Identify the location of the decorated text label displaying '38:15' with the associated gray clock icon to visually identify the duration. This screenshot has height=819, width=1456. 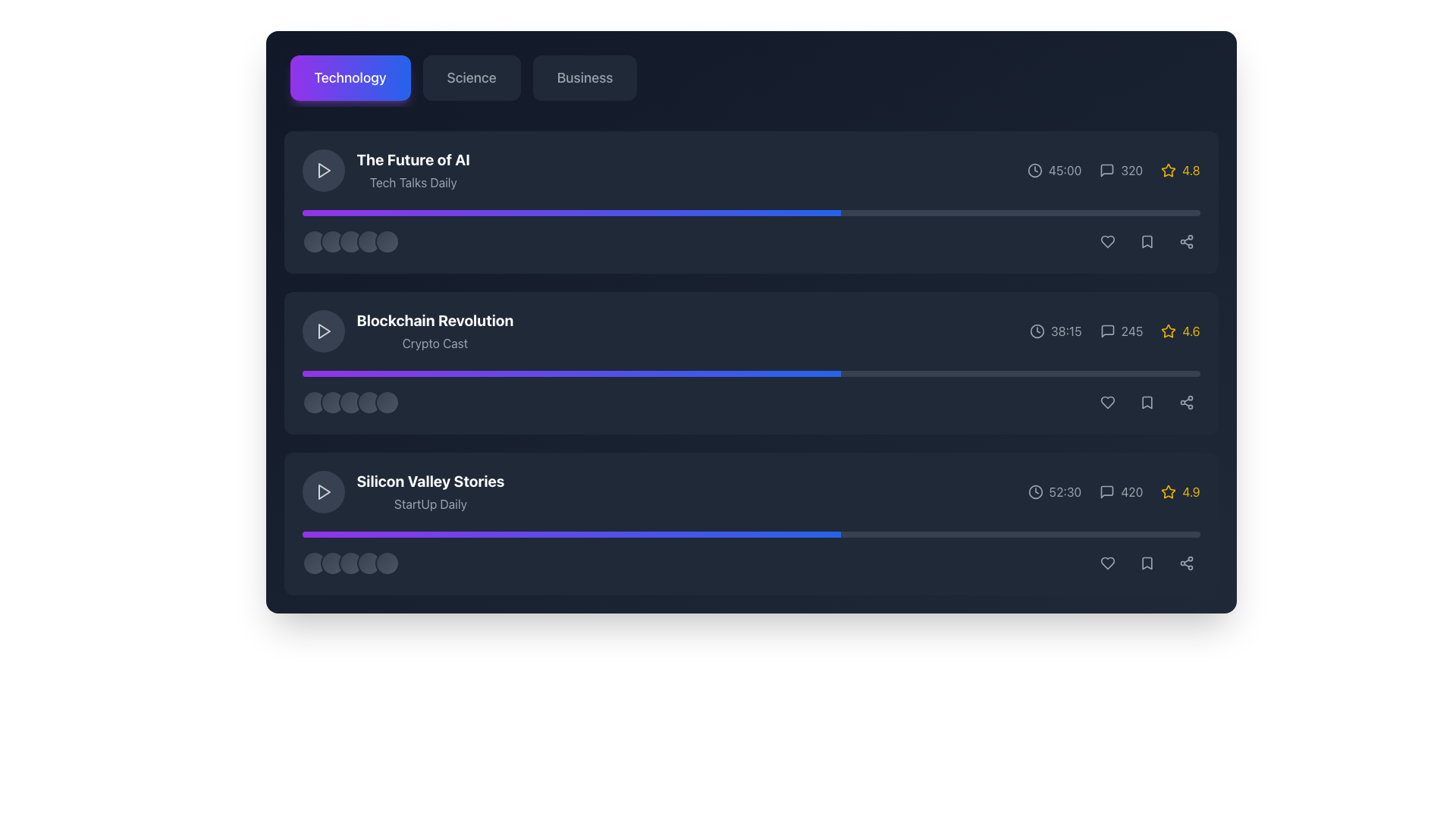
(1055, 330).